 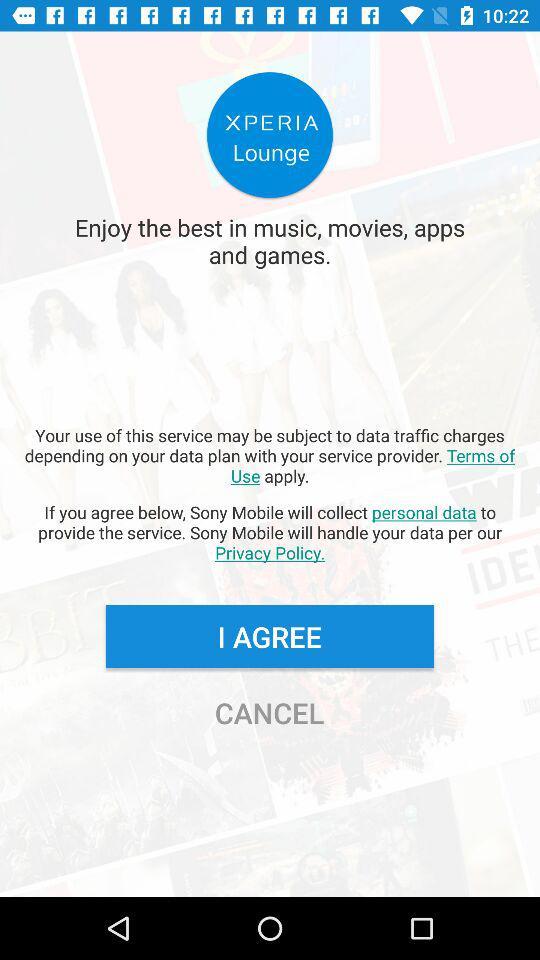 What do you see at coordinates (269, 635) in the screenshot?
I see `the i agree button` at bounding box center [269, 635].